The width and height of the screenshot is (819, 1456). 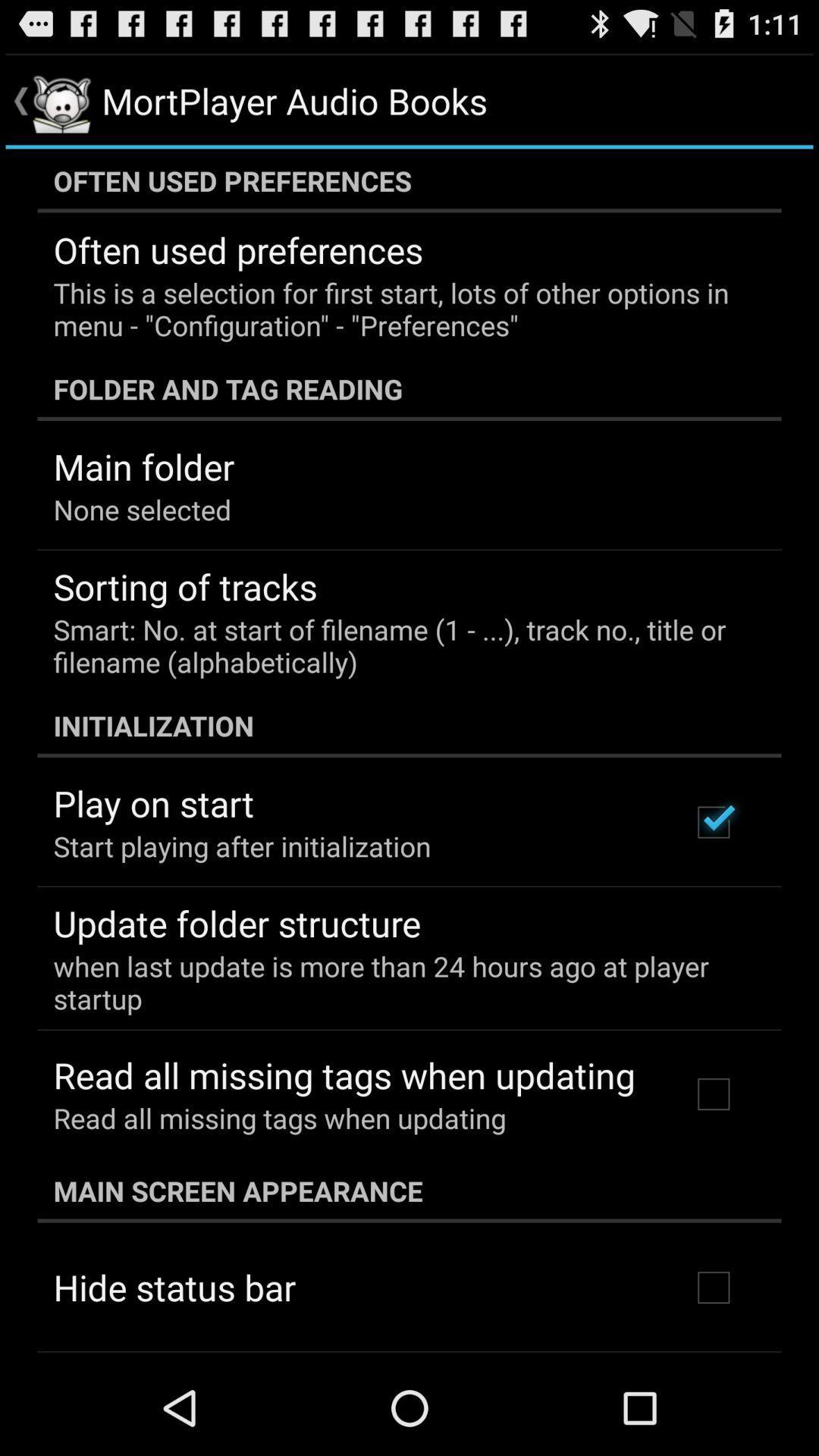 What do you see at coordinates (153, 802) in the screenshot?
I see `the play on start item` at bounding box center [153, 802].